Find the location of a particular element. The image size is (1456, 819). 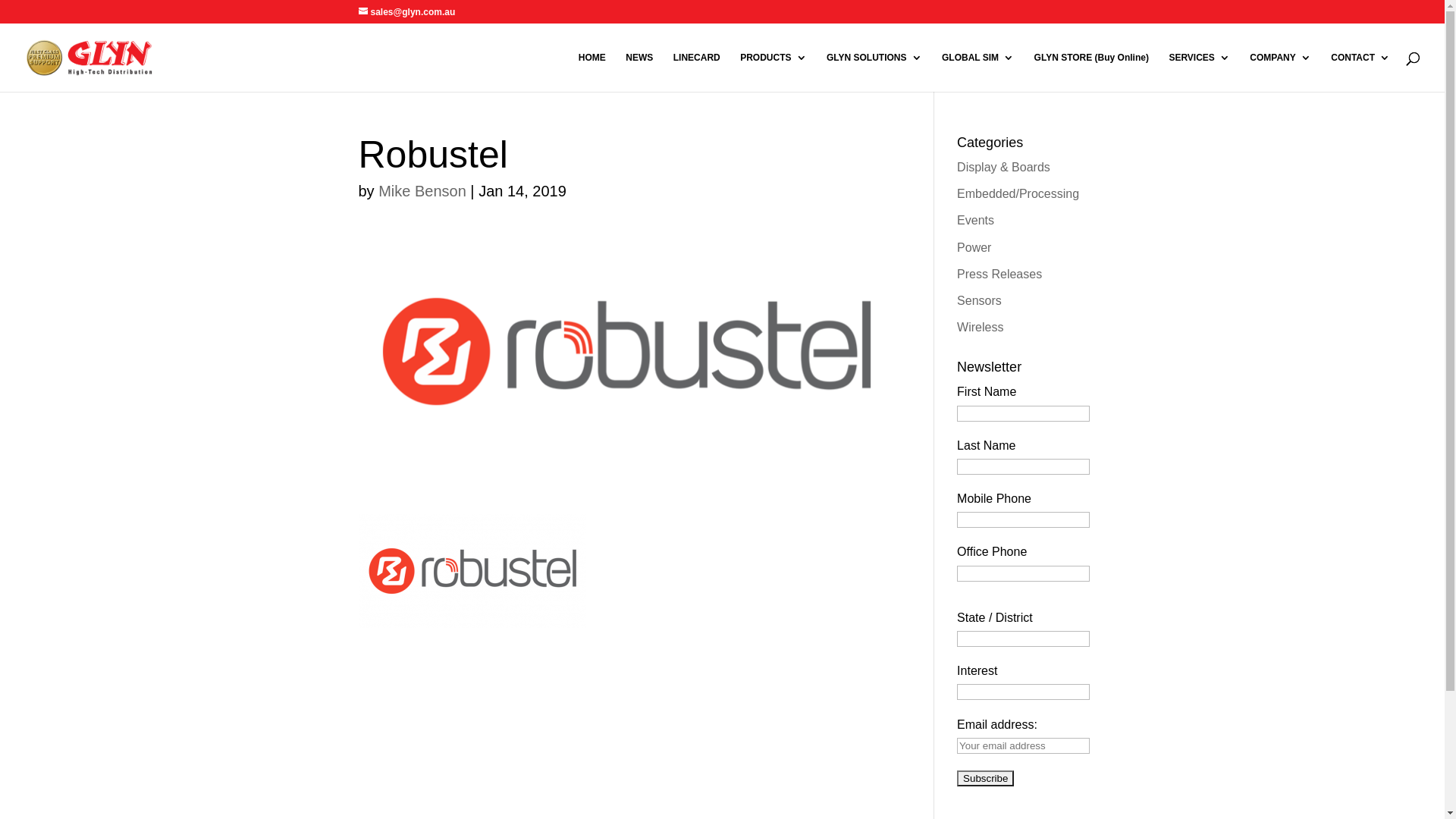

'Display & Boards' is located at coordinates (1003, 167).